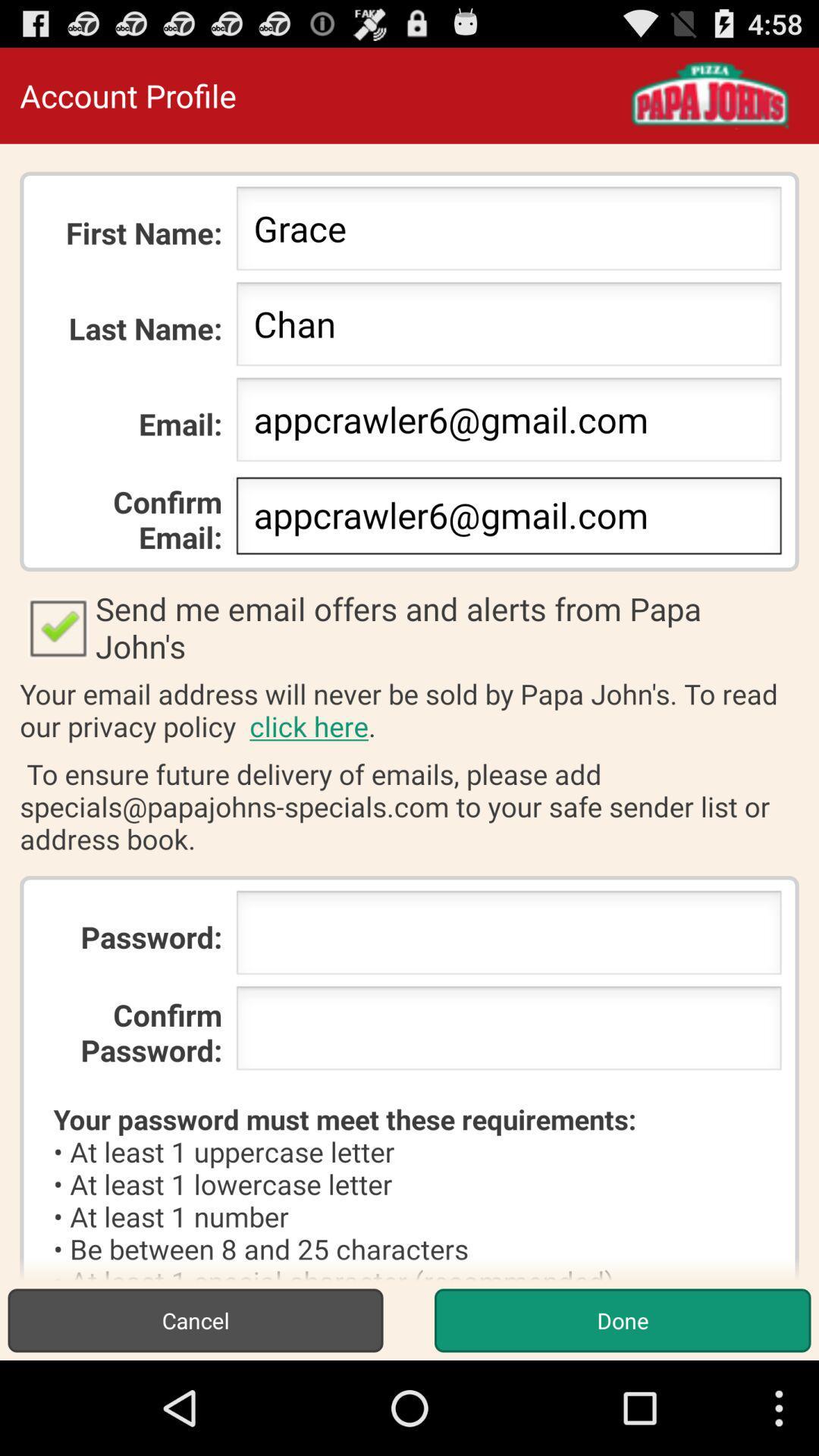  What do you see at coordinates (195, 1319) in the screenshot?
I see `cancel button` at bounding box center [195, 1319].